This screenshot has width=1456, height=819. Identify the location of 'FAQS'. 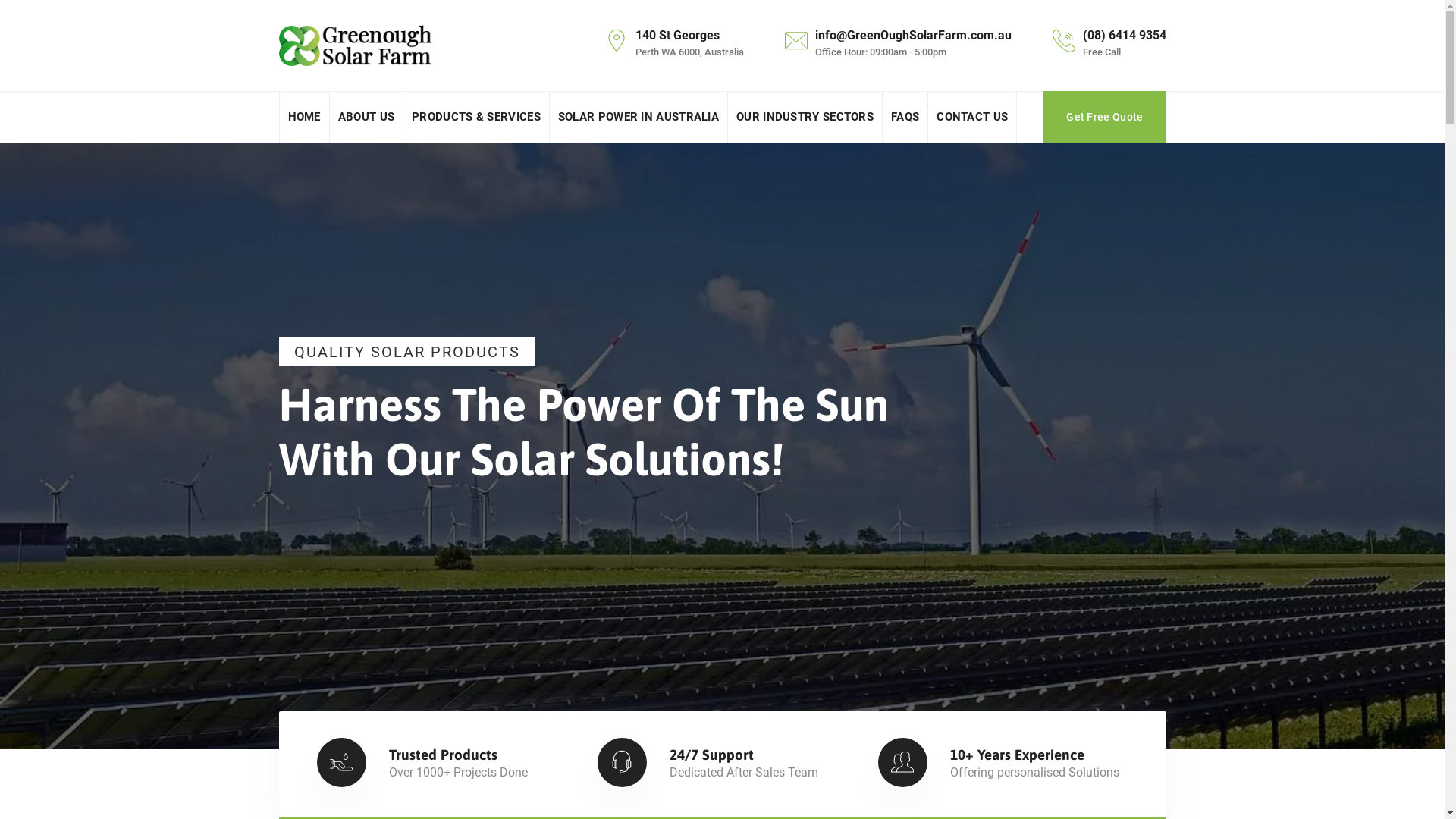
(905, 116).